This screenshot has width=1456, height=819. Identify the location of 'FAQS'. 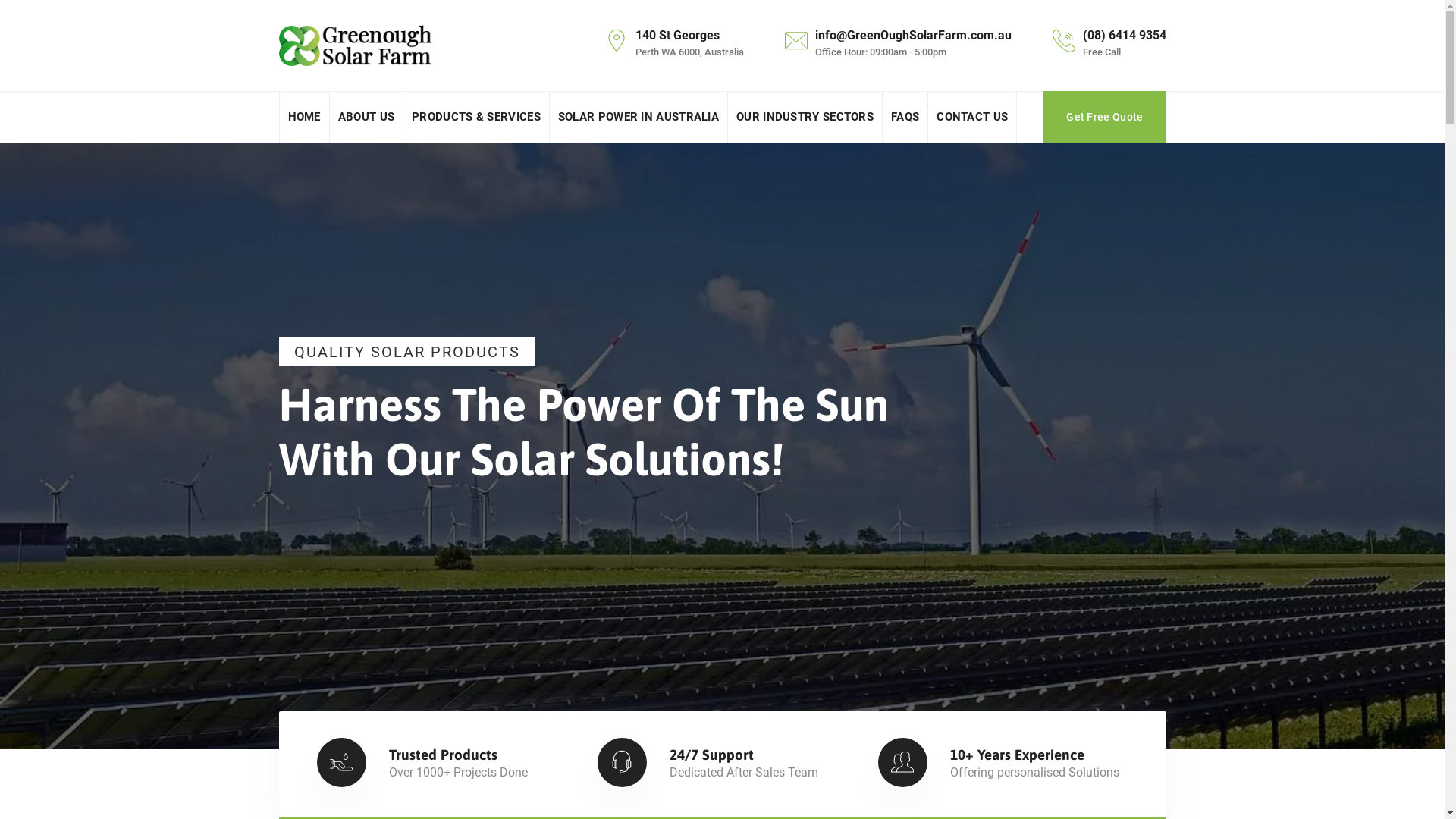
(905, 116).